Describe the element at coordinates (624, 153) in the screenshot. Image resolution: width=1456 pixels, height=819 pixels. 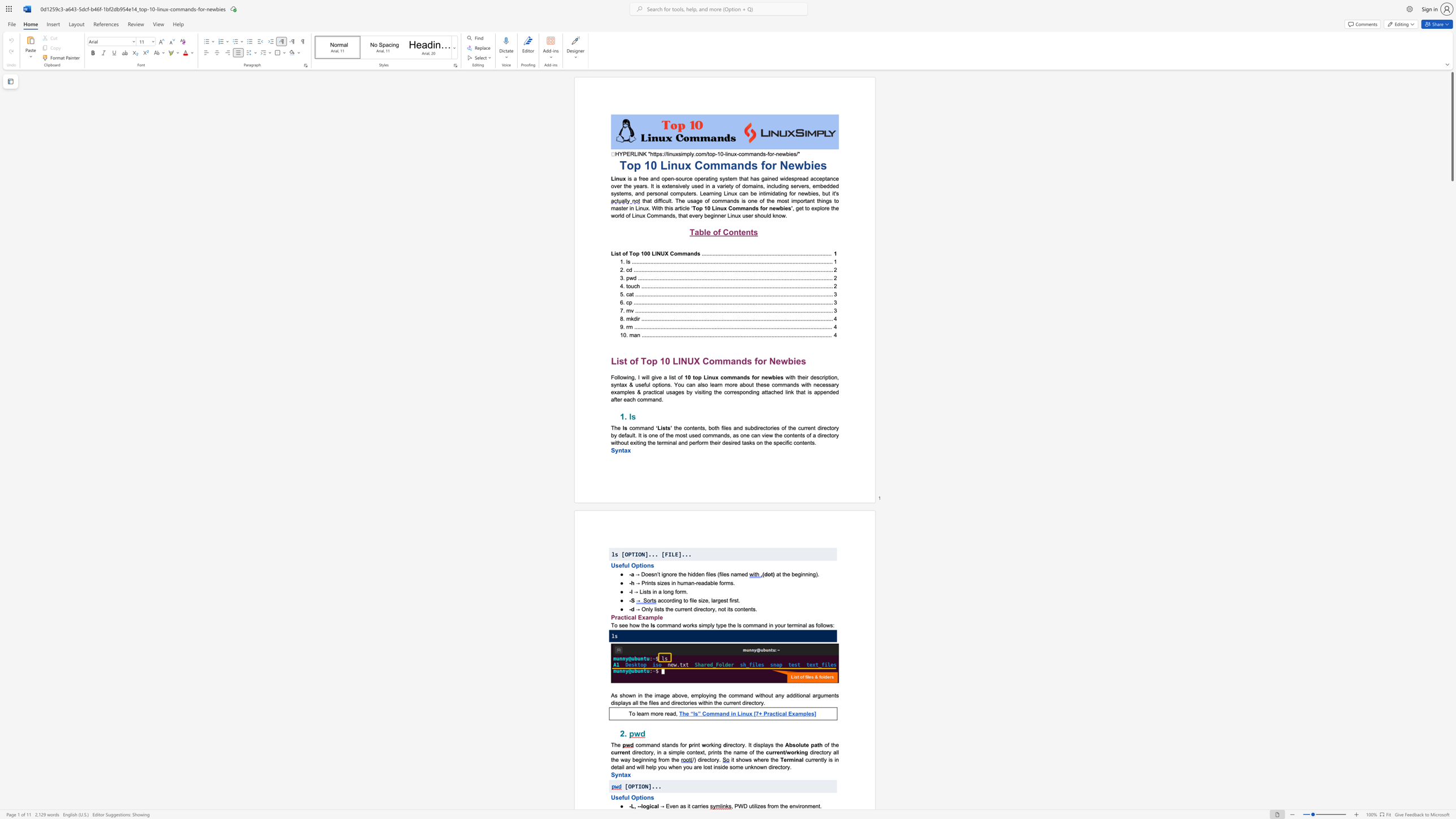
I see `the 1th character "P" in the text` at that location.